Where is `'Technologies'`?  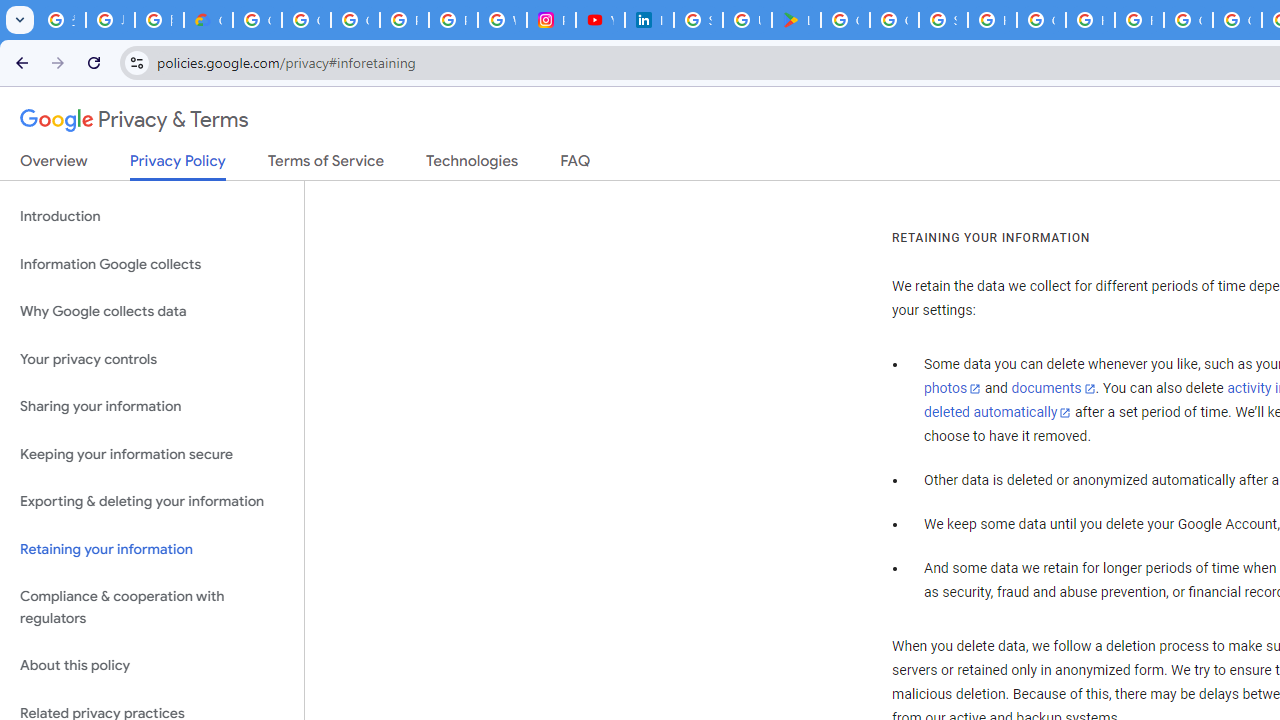
'Technologies' is located at coordinates (471, 164).